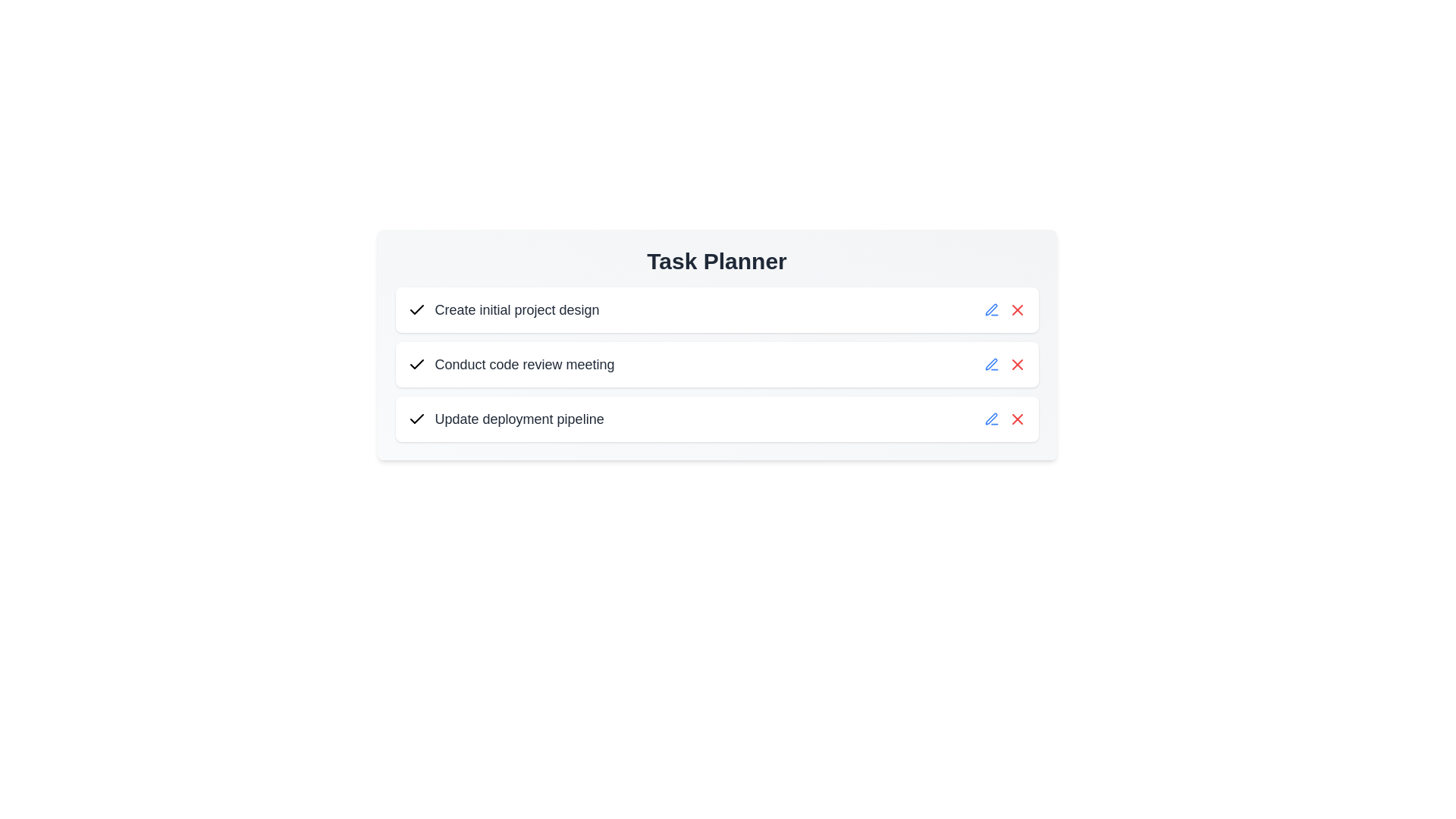 The image size is (1456, 819). I want to click on the edit icon button represented by a pen icon, located between the task description and the delete icon in the action row, so click(991, 309).